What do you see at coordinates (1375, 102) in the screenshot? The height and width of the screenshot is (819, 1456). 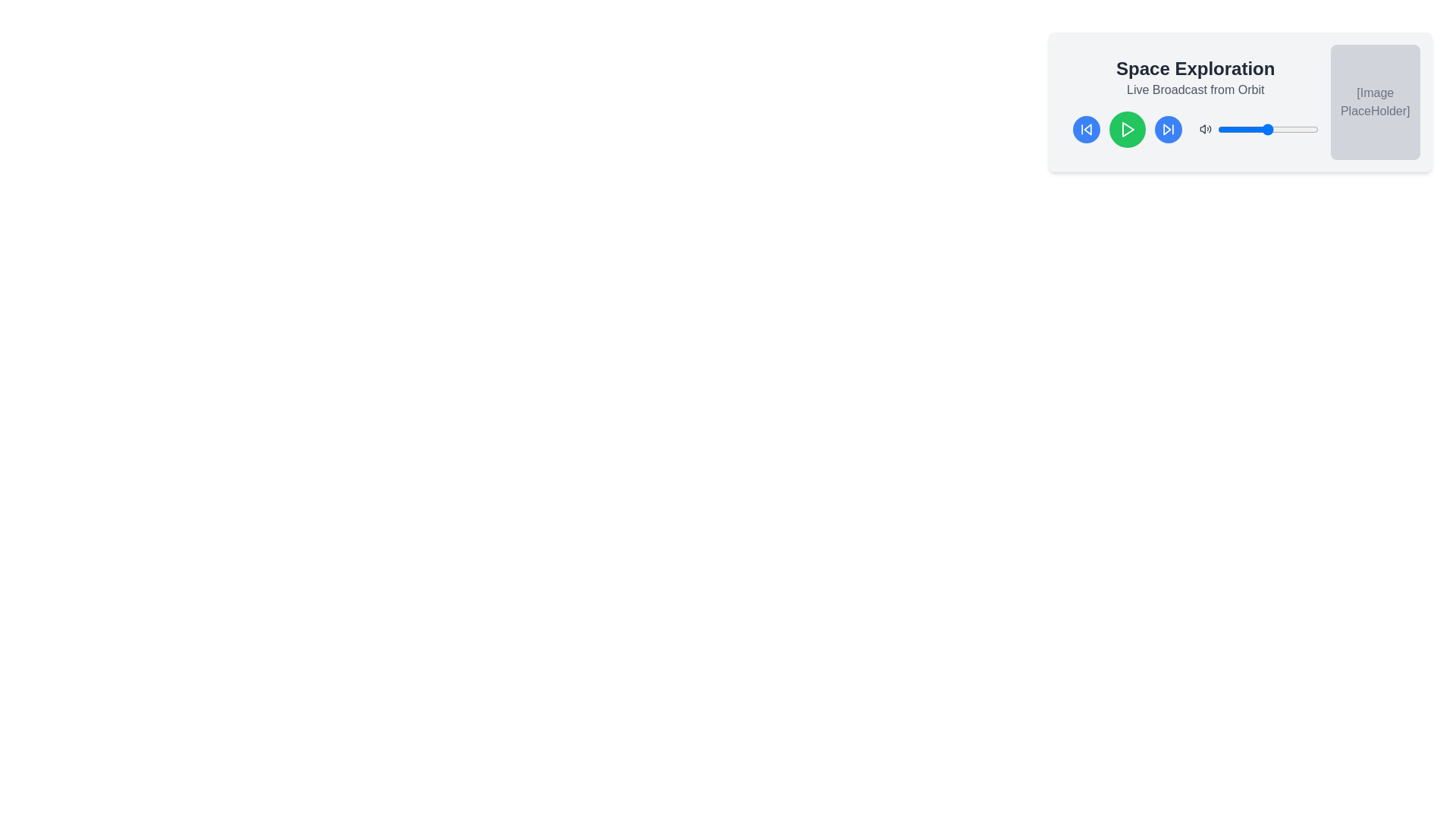 I see `the image placeholder located in the top-right corner of the card structure, adjacent to the 'Space Exploration' and 'Live Broadcast from Orbit' text blocks` at bounding box center [1375, 102].